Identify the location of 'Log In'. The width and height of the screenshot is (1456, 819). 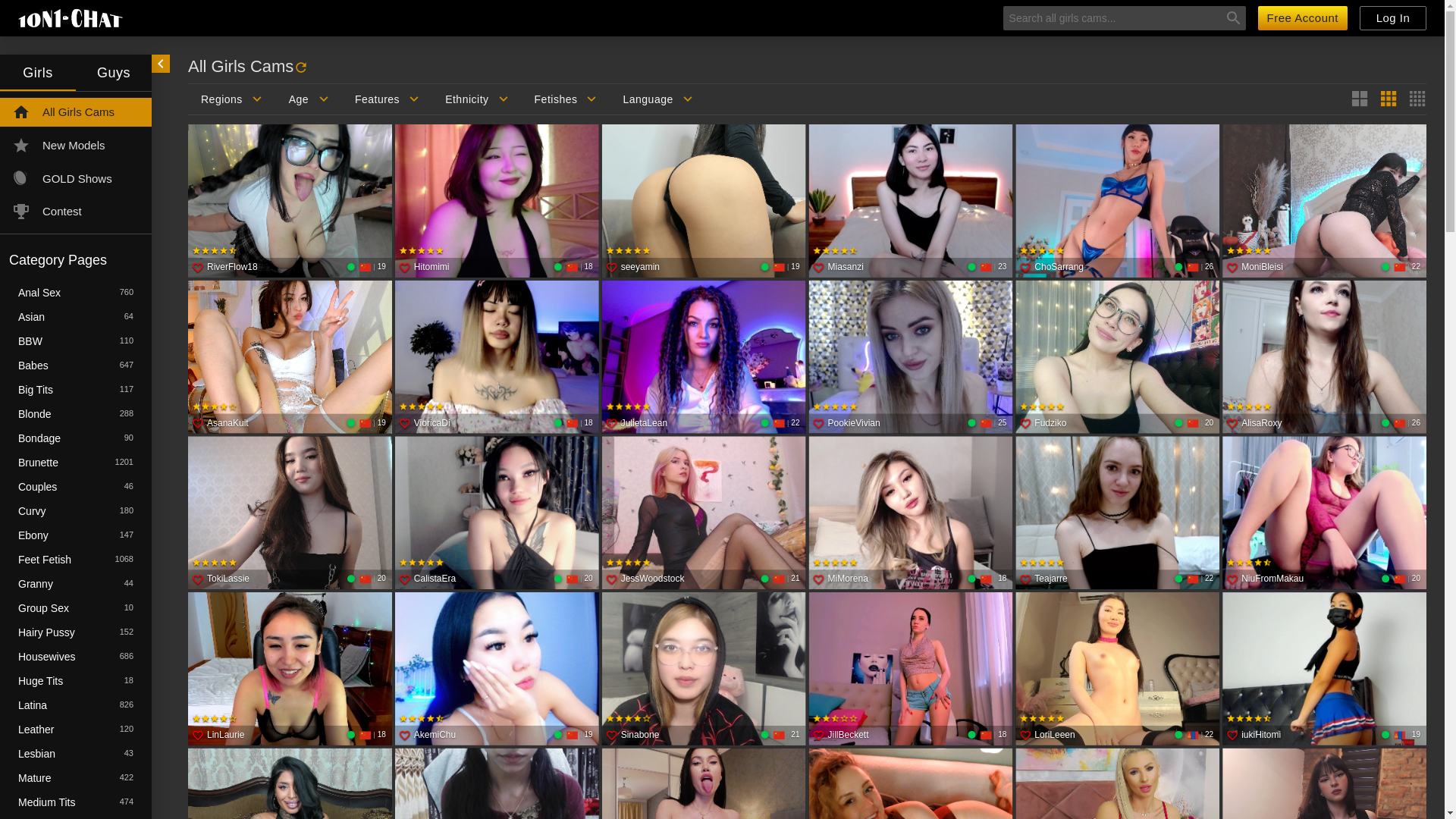
(1393, 17).